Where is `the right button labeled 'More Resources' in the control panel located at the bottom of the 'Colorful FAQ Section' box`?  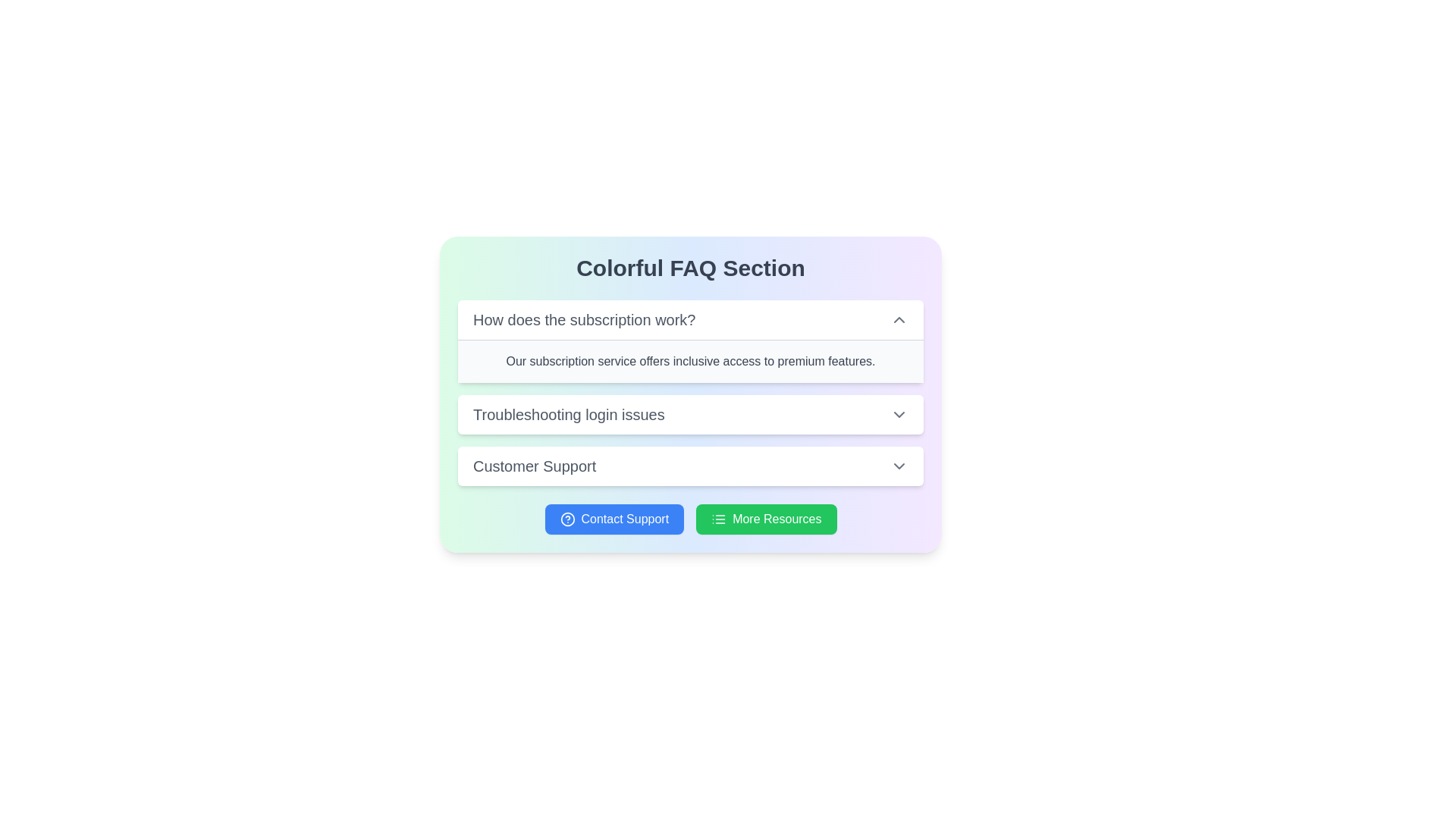 the right button labeled 'More Resources' in the control panel located at the bottom of the 'Colorful FAQ Section' box is located at coordinates (690, 519).